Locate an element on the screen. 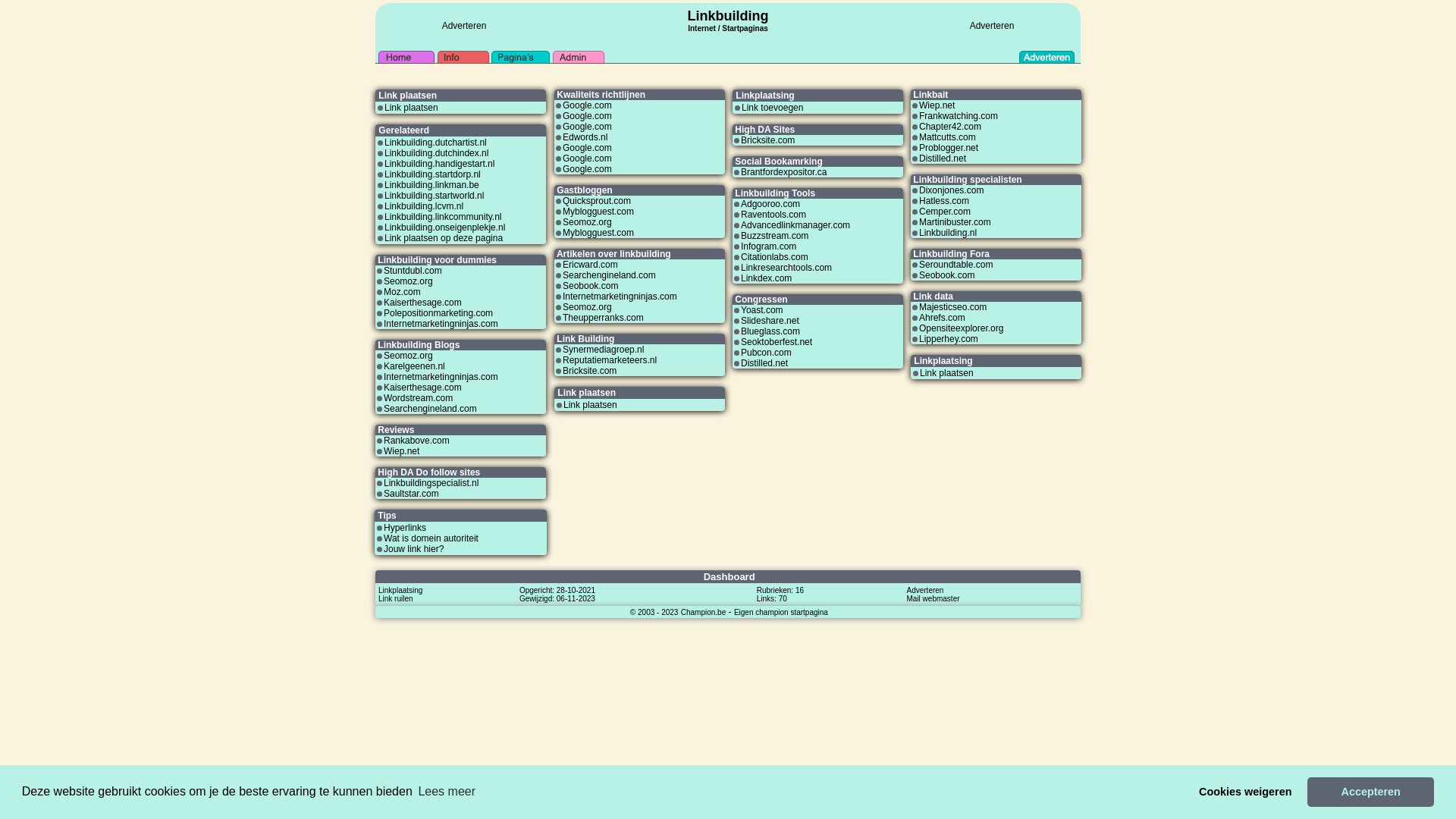 The width and height of the screenshot is (1456, 819). 'Edwords.nl' is located at coordinates (562, 137).